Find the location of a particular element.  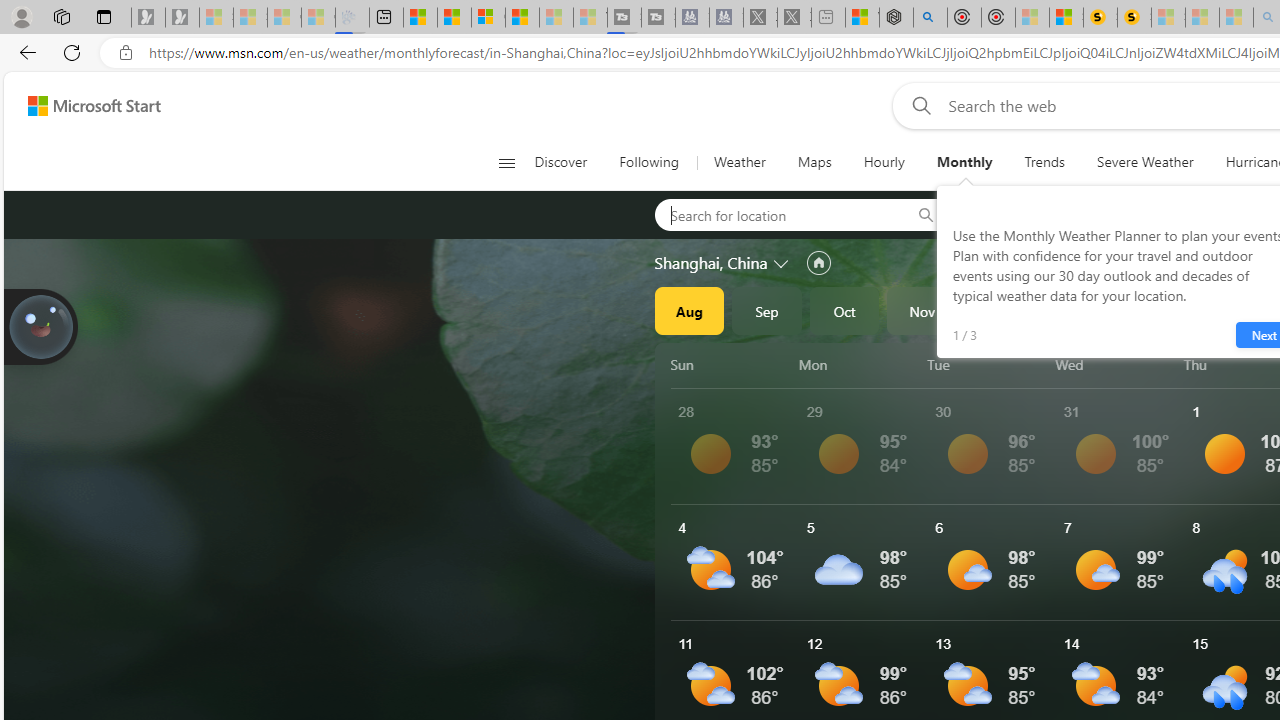

'Hourly' is located at coordinates (882, 162).